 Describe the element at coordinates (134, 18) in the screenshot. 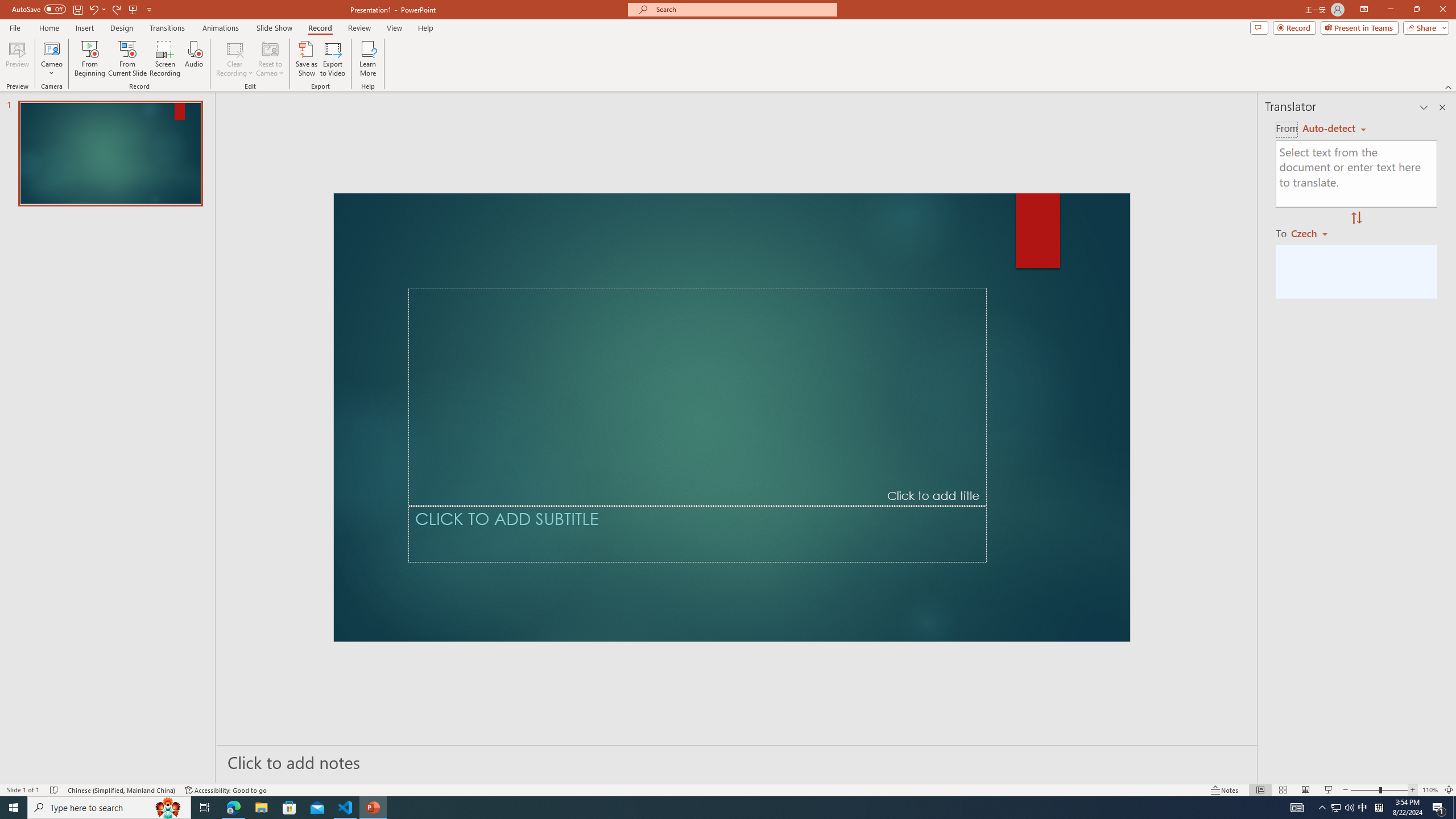

I see `'Quick Access Toolbar'` at that location.